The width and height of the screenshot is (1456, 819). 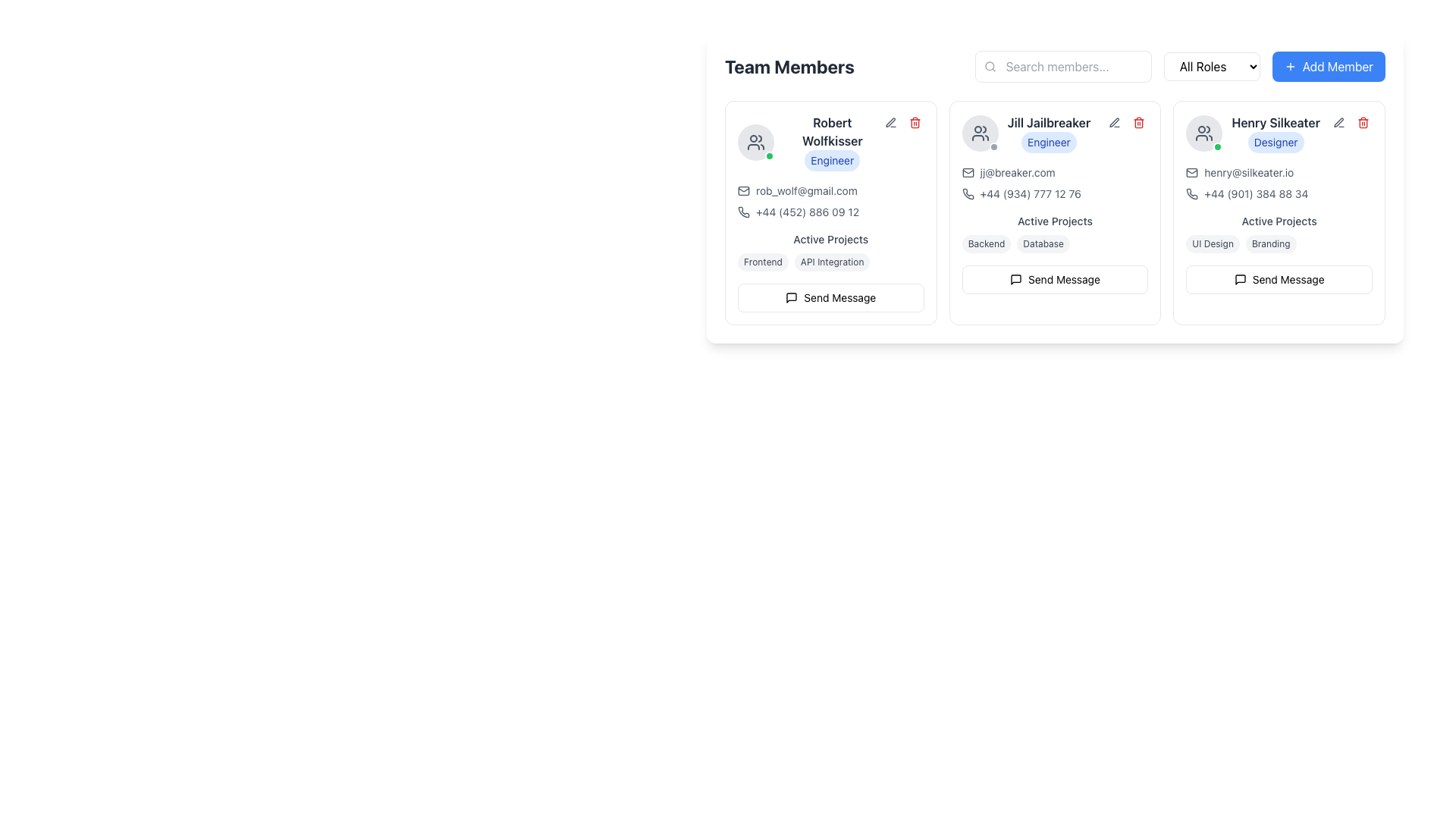 I want to click on the avatar icon representing the user 'Robert Wolfkisser', which is located at the center of the circular area at the top-left of the user card in the 'Team Members' section, so click(x=980, y=133).